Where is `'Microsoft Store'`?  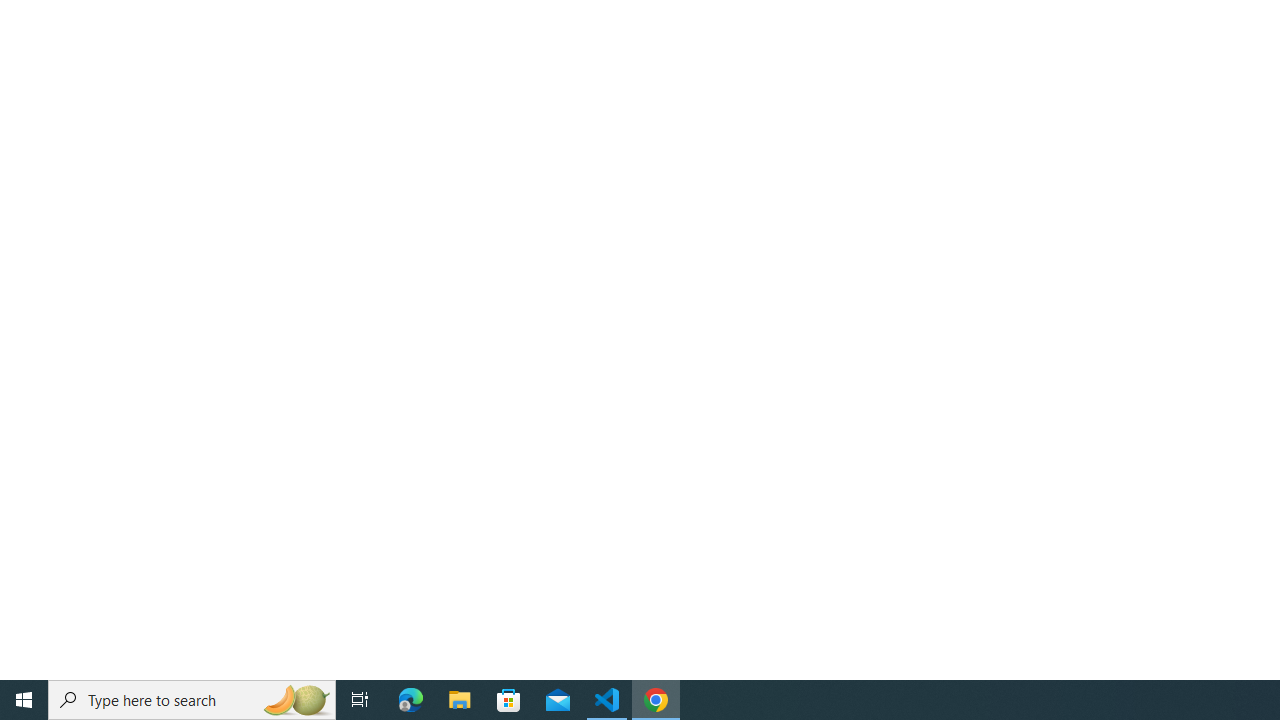
'Microsoft Store' is located at coordinates (509, 698).